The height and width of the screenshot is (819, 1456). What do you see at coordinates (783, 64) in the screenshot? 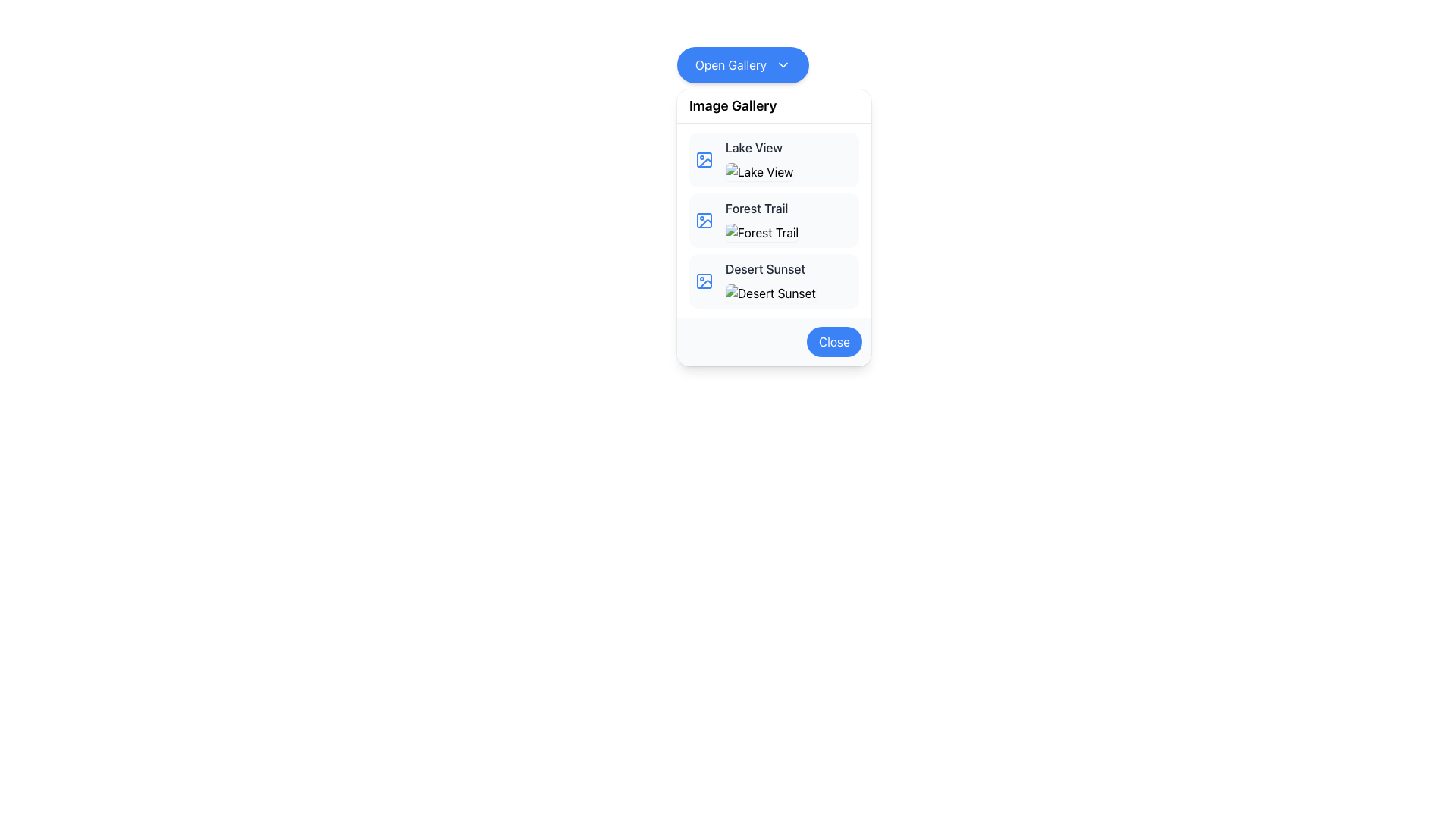
I see `the chevron-down icon located at the end of the 'Open Gallery' button` at bounding box center [783, 64].